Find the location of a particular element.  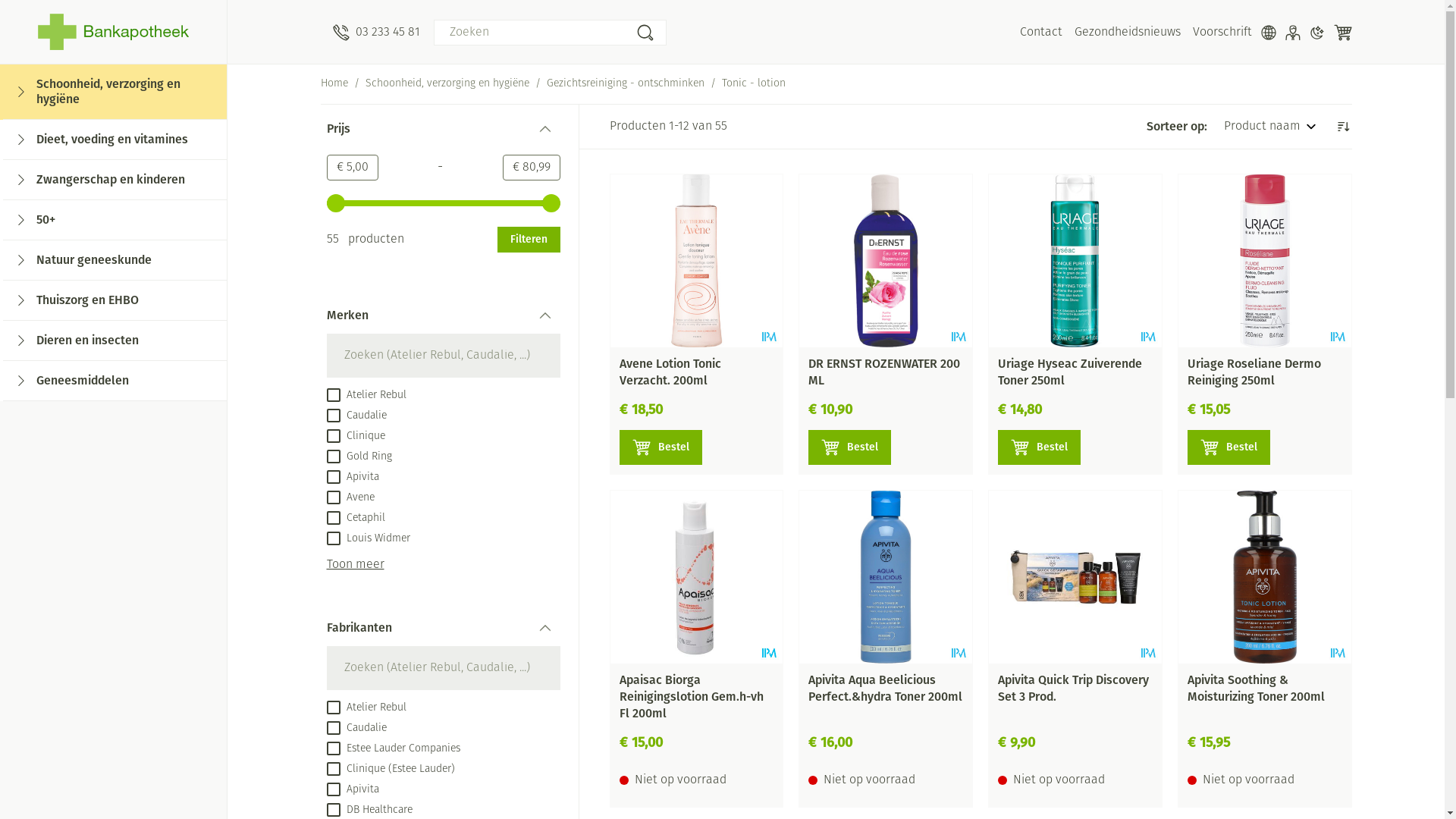

'Caudalie' is located at coordinates (355, 415).